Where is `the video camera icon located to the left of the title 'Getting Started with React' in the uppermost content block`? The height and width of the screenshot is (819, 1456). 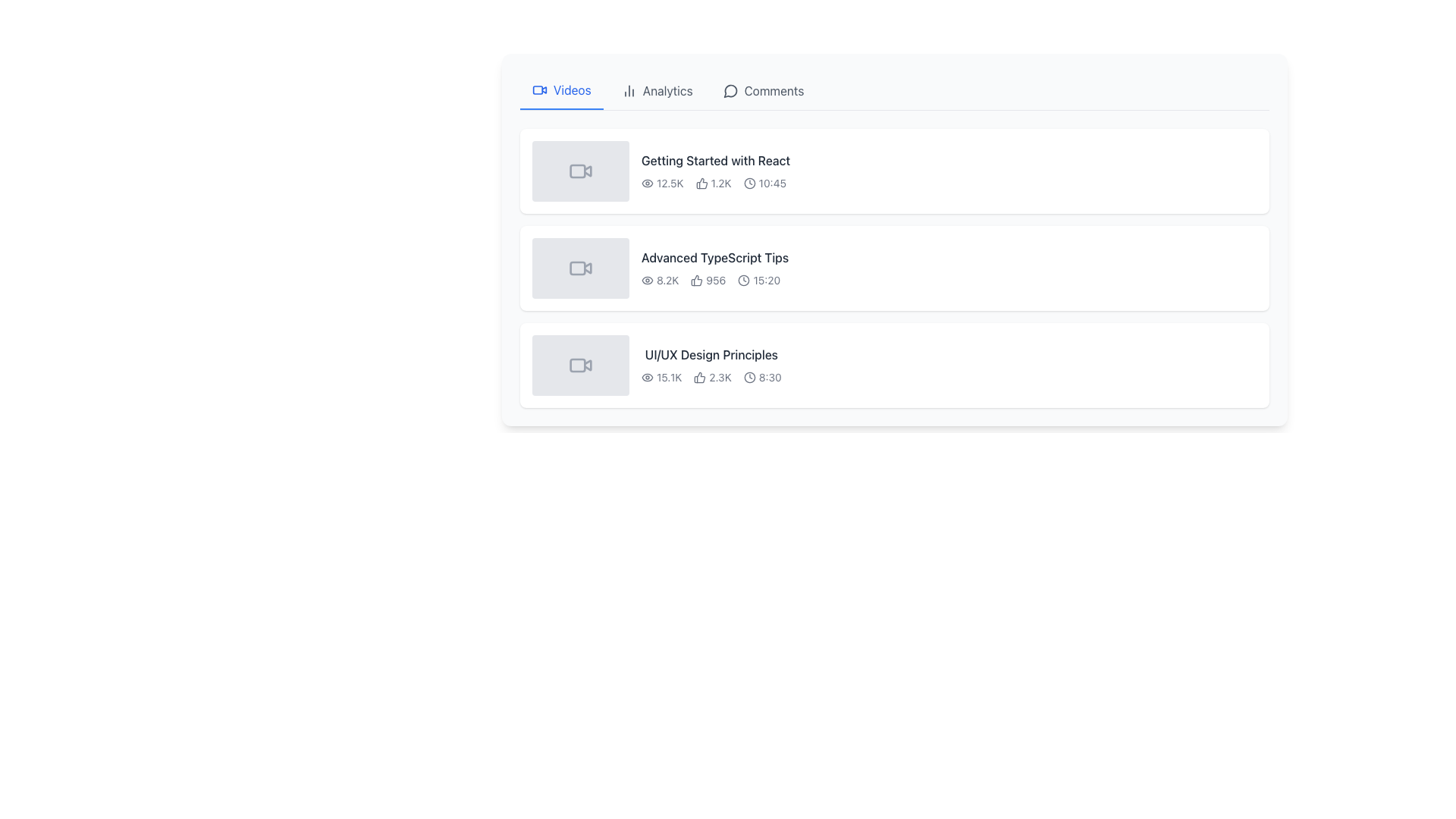
the video camera icon located to the left of the title 'Getting Started with React' in the uppermost content block is located at coordinates (580, 171).